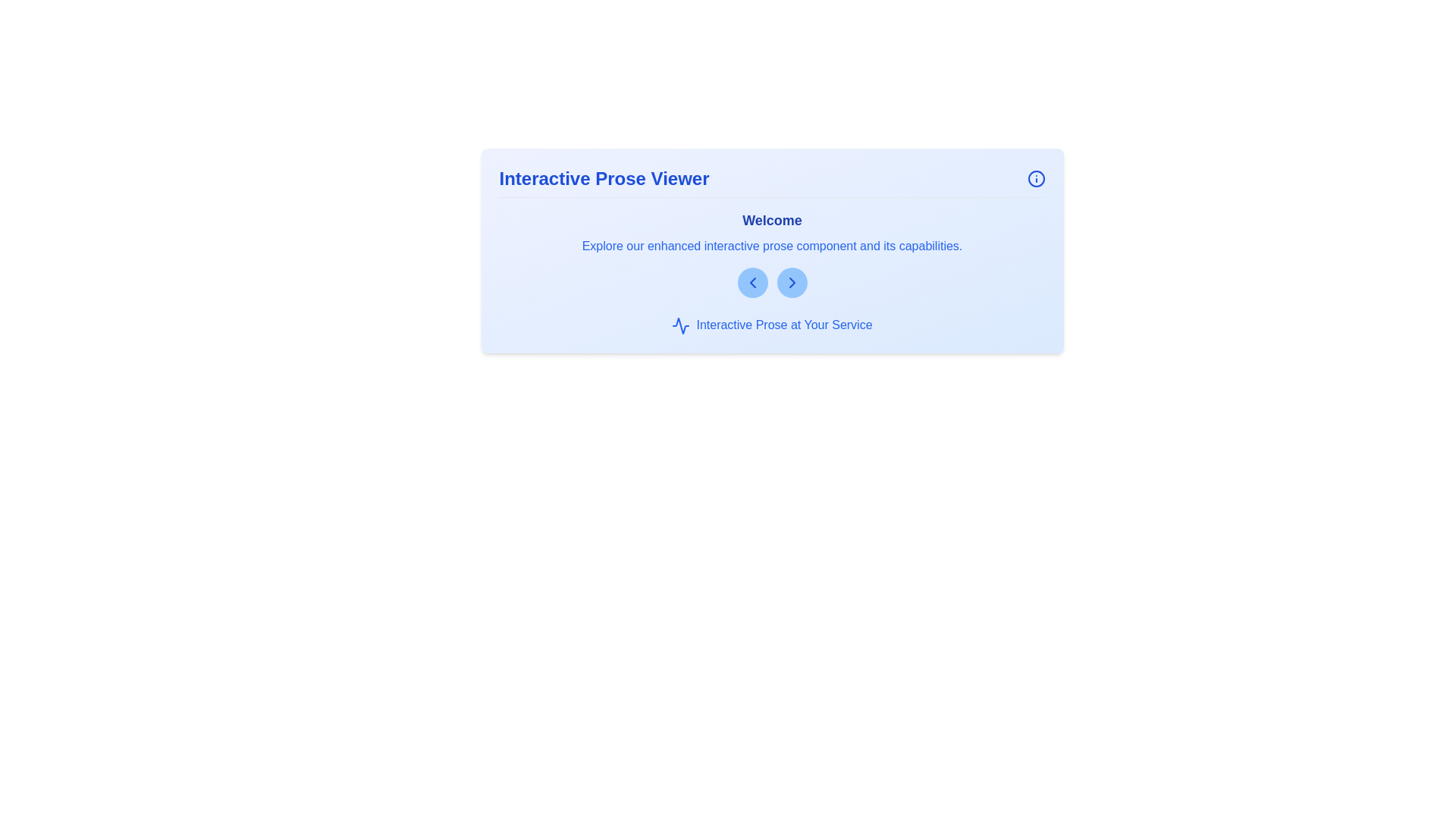 Image resolution: width=1456 pixels, height=819 pixels. Describe the element at coordinates (772, 245) in the screenshot. I see `the static text element that reads 'Explore our enhanced interactive prose component and its capabilities.', which is located directly below the heading 'Welcome' in a centered box` at that location.